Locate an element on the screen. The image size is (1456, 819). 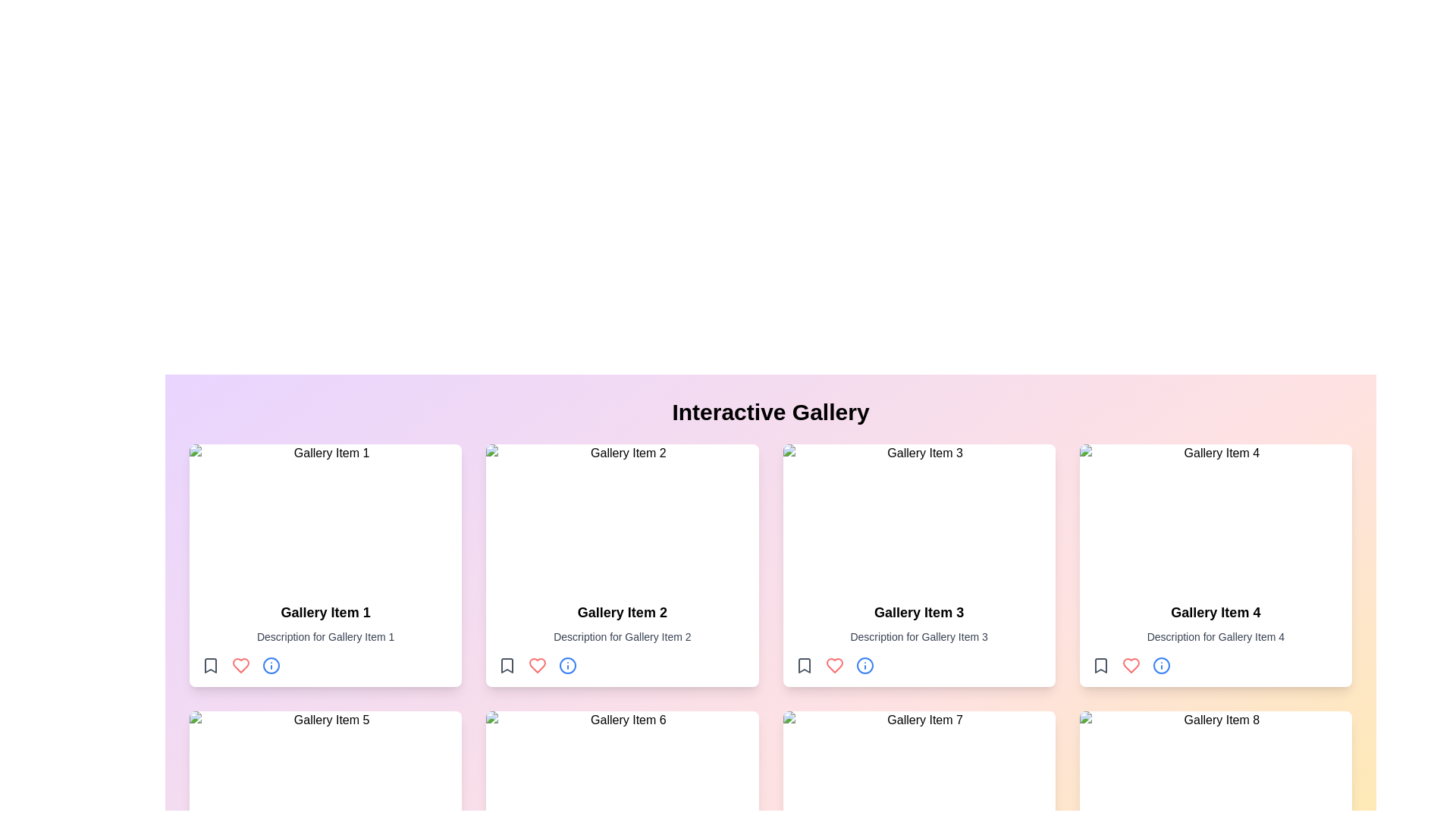
the heart-shaped icon button outlined in red, located in the bottom section of the card labeled 'Gallery Item 3', to like the item is located at coordinates (833, 665).